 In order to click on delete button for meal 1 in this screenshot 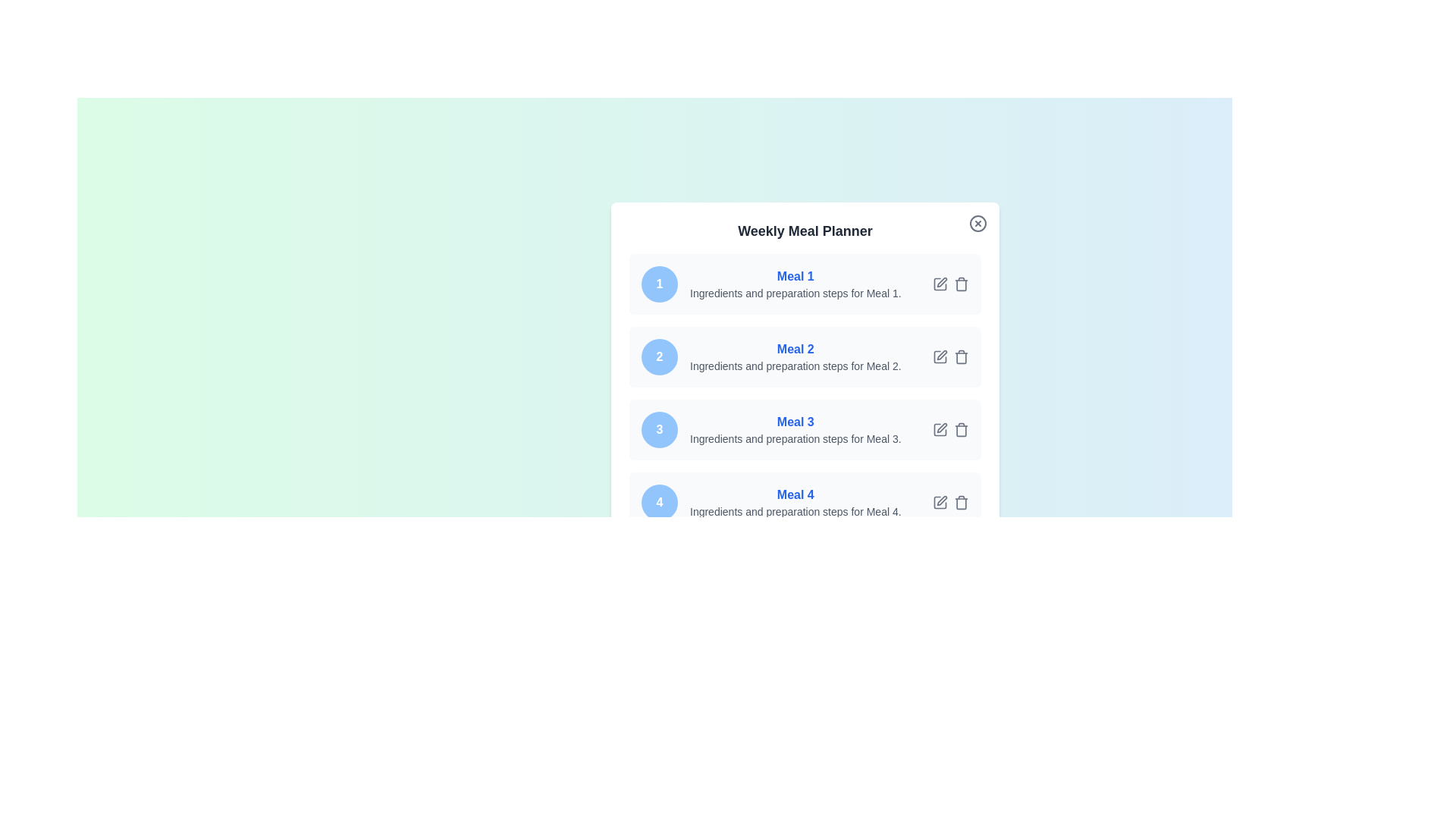, I will do `click(960, 284)`.